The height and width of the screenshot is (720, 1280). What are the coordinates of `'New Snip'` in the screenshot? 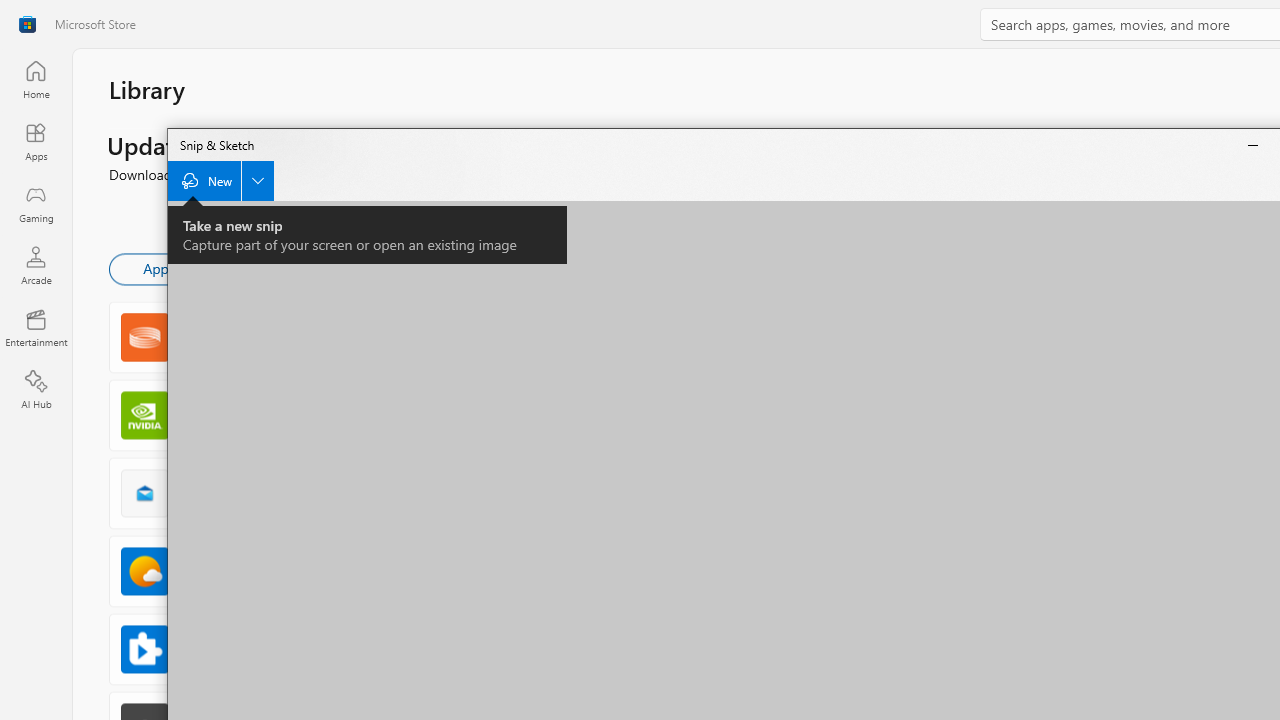 It's located at (220, 181).